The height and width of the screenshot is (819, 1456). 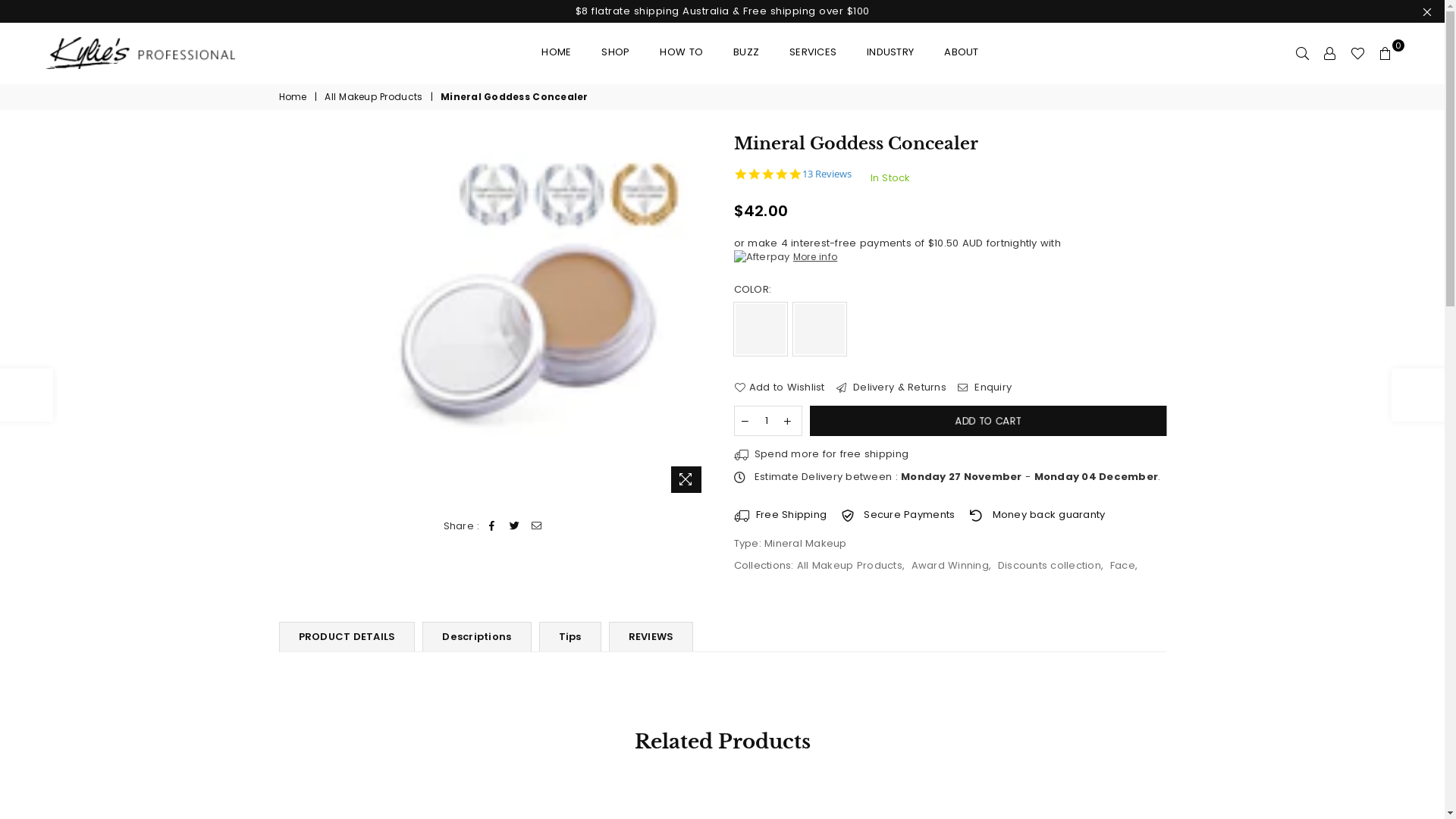 What do you see at coordinates (1122, 565) in the screenshot?
I see `'Face'` at bounding box center [1122, 565].